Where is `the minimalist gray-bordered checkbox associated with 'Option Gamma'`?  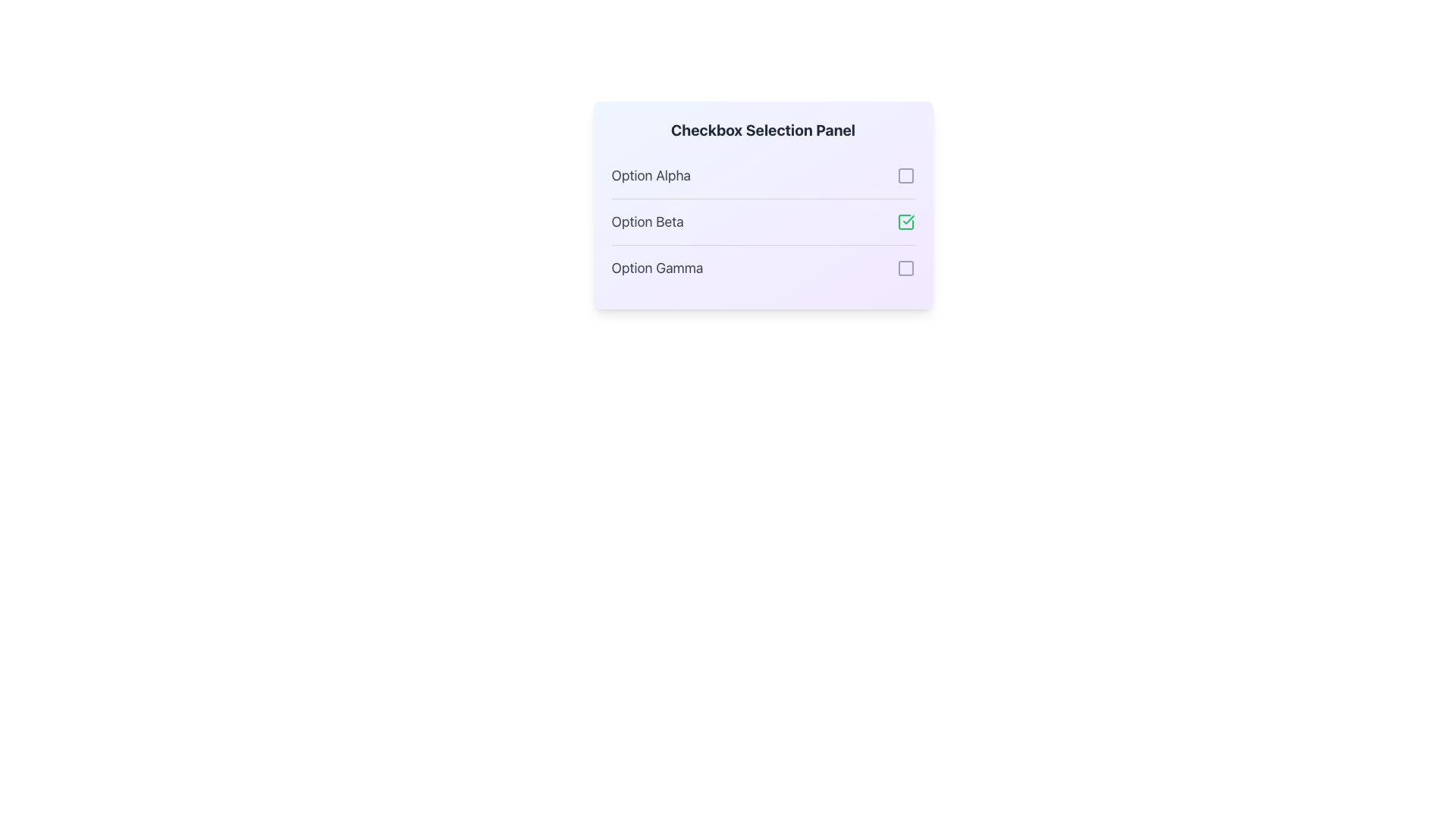
the minimalist gray-bordered checkbox associated with 'Option Gamma' is located at coordinates (905, 268).